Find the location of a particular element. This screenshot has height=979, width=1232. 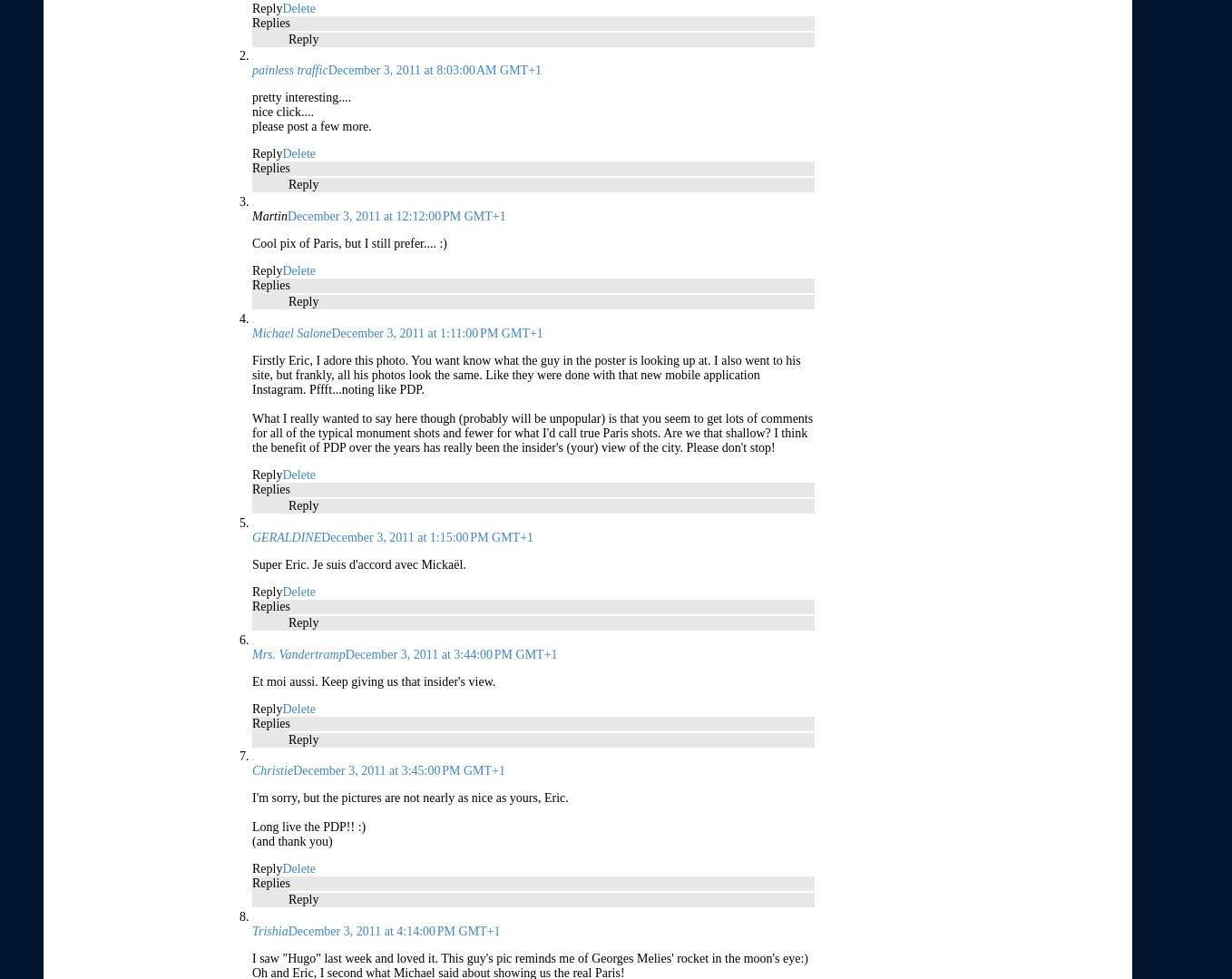

'December 3, 2011 at 1:15:00 PM GMT+1' is located at coordinates (426, 536).